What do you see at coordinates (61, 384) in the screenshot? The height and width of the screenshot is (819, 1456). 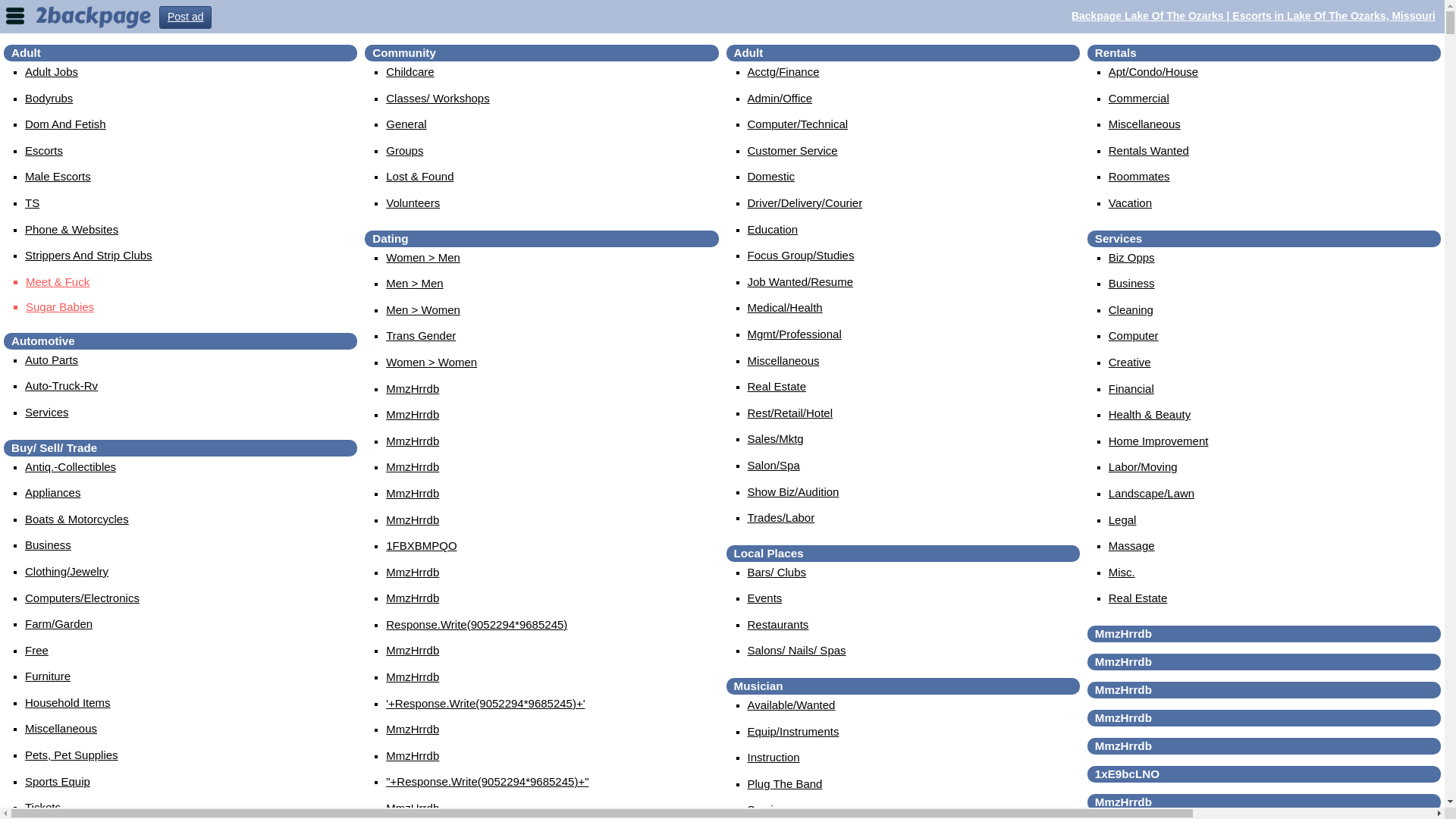 I see `'Auto-Truck-Rv'` at bounding box center [61, 384].